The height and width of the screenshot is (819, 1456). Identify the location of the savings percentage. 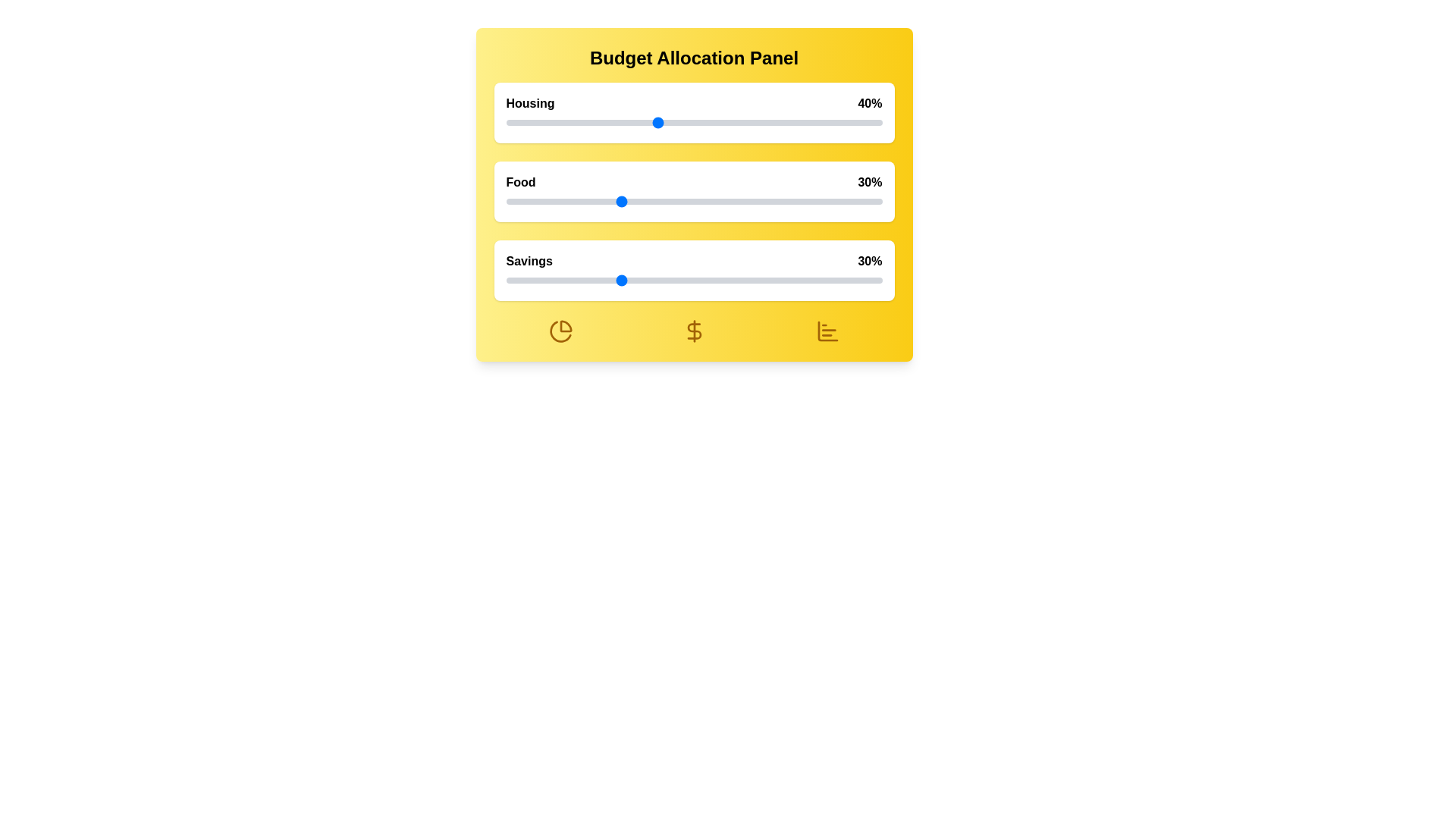
(607, 281).